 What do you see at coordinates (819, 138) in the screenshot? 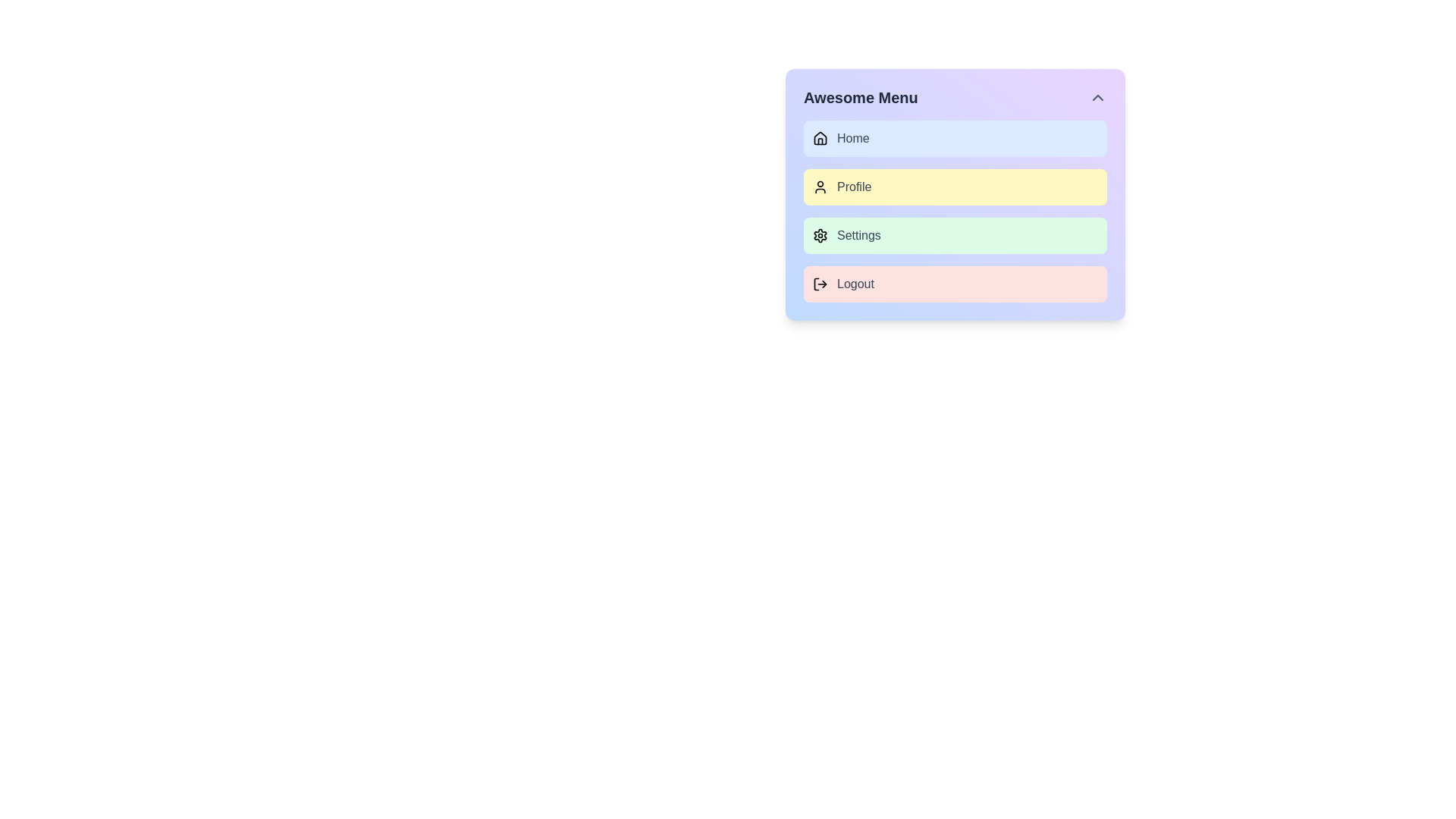
I see `the 'Home' icon in the dropdown menu titled 'Awesome Menu'` at bounding box center [819, 138].